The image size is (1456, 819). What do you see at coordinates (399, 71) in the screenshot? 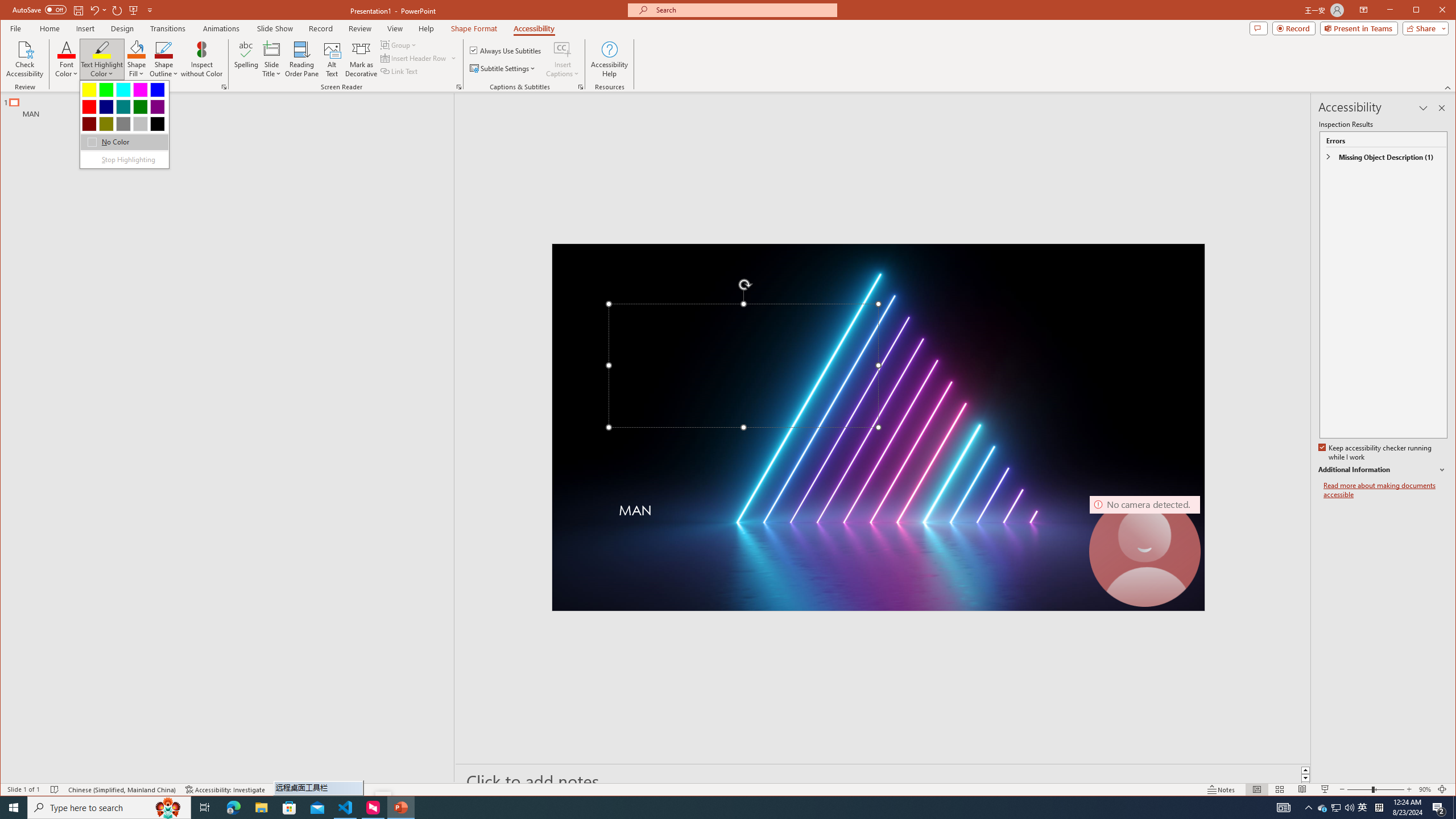
I see `'Link Text'` at bounding box center [399, 71].